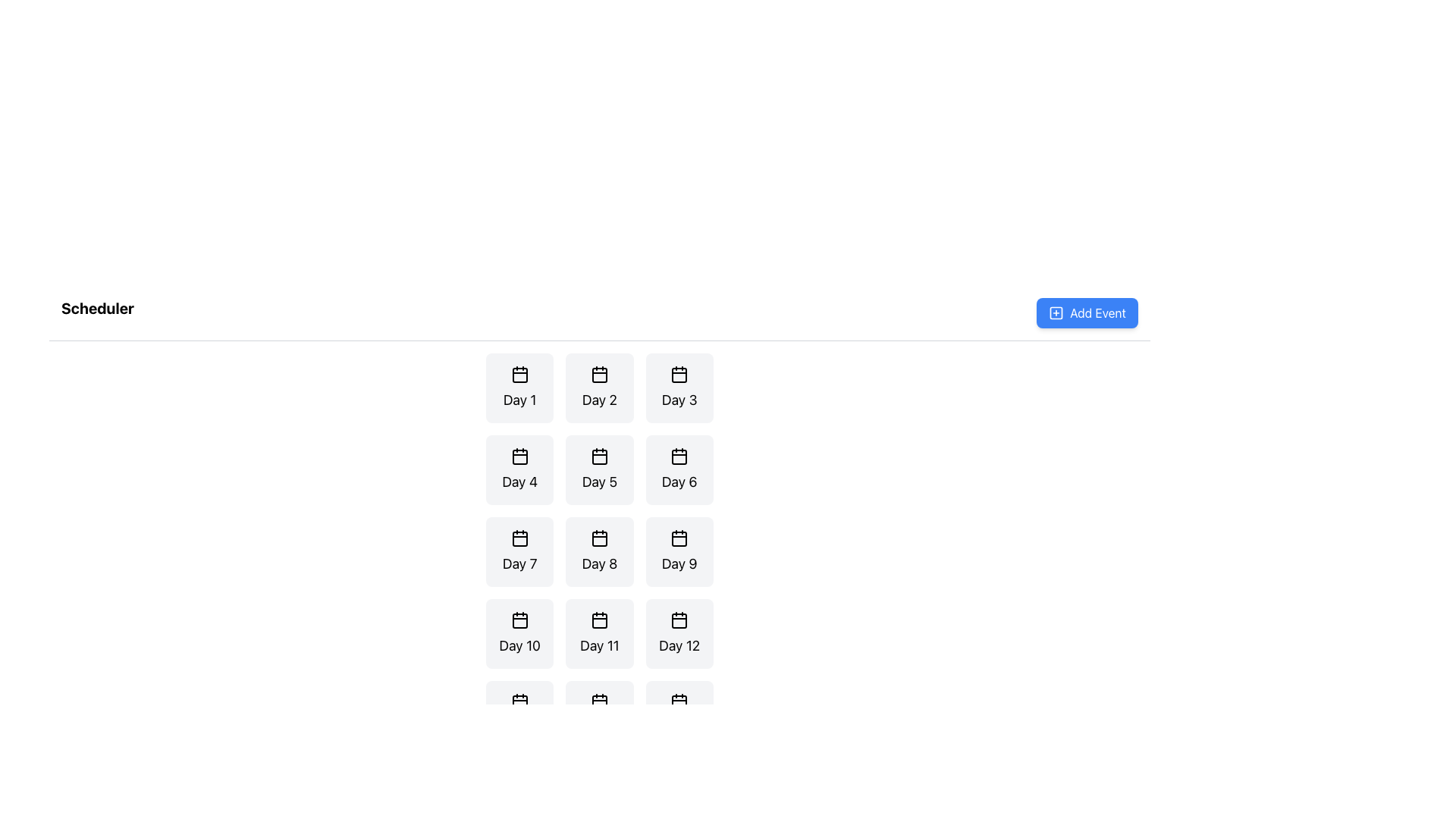 Image resolution: width=1456 pixels, height=819 pixels. What do you see at coordinates (599, 702) in the screenshot?
I see `the rectangular shape with rounded corners that represents the inner display area of the calendar icon located under 'Day 12' in the bottom-most row of the calendar grid` at bounding box center [599, 702].